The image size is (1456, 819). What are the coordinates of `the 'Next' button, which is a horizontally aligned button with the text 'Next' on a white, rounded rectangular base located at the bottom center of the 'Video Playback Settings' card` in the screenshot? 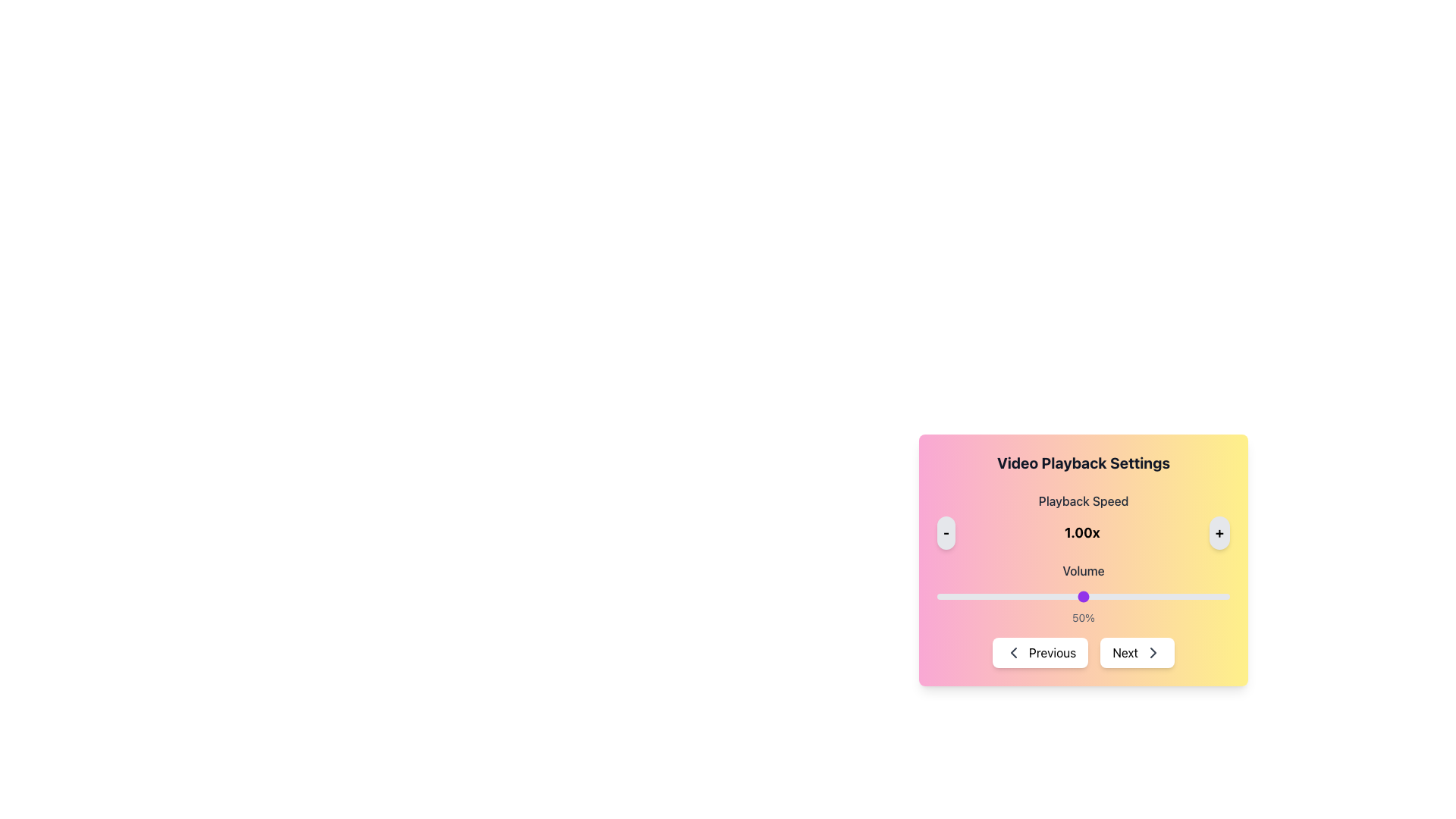 It's located at (1137, 651).